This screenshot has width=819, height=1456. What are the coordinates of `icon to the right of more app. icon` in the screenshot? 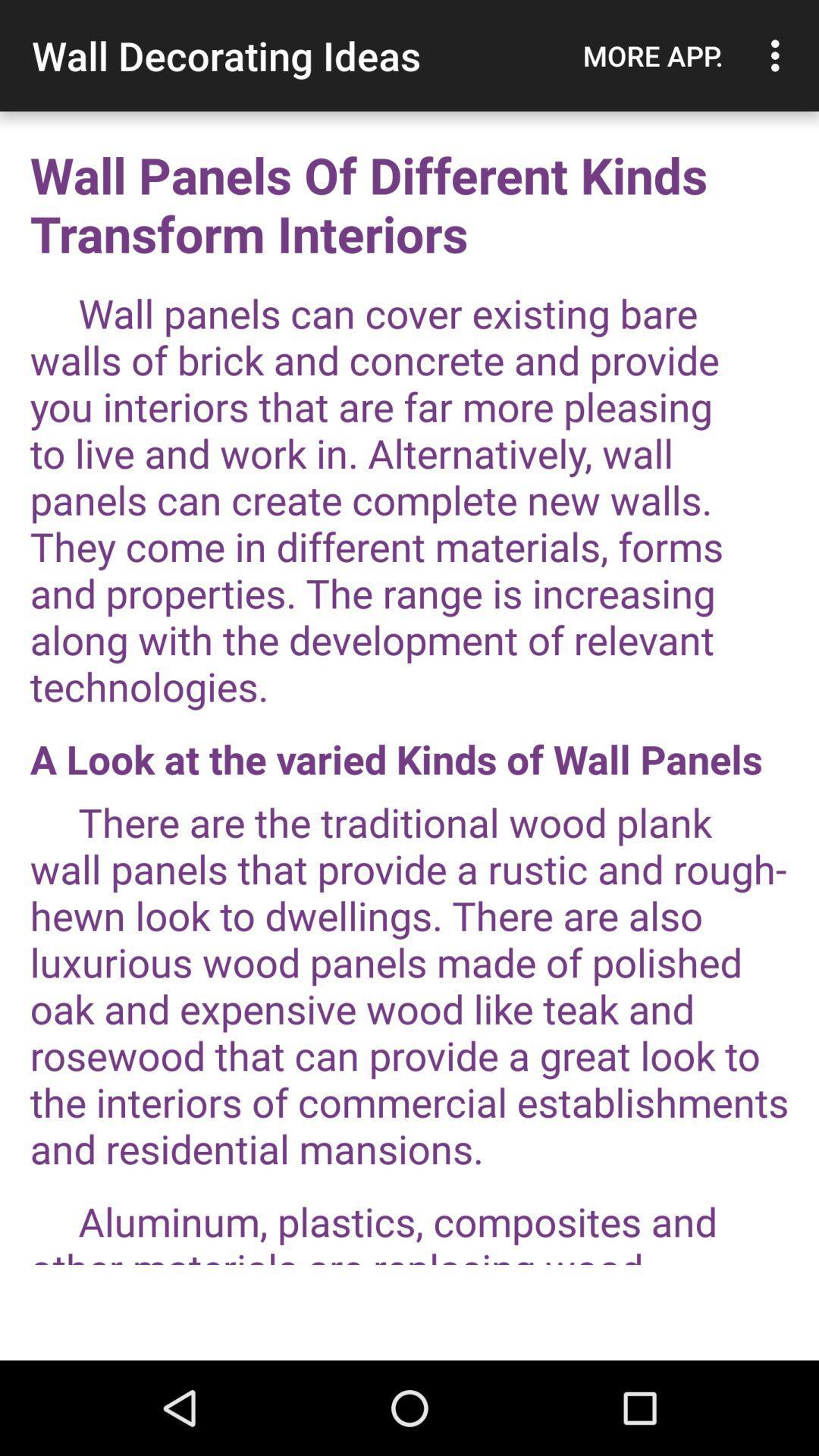 It's located at (779, 55).